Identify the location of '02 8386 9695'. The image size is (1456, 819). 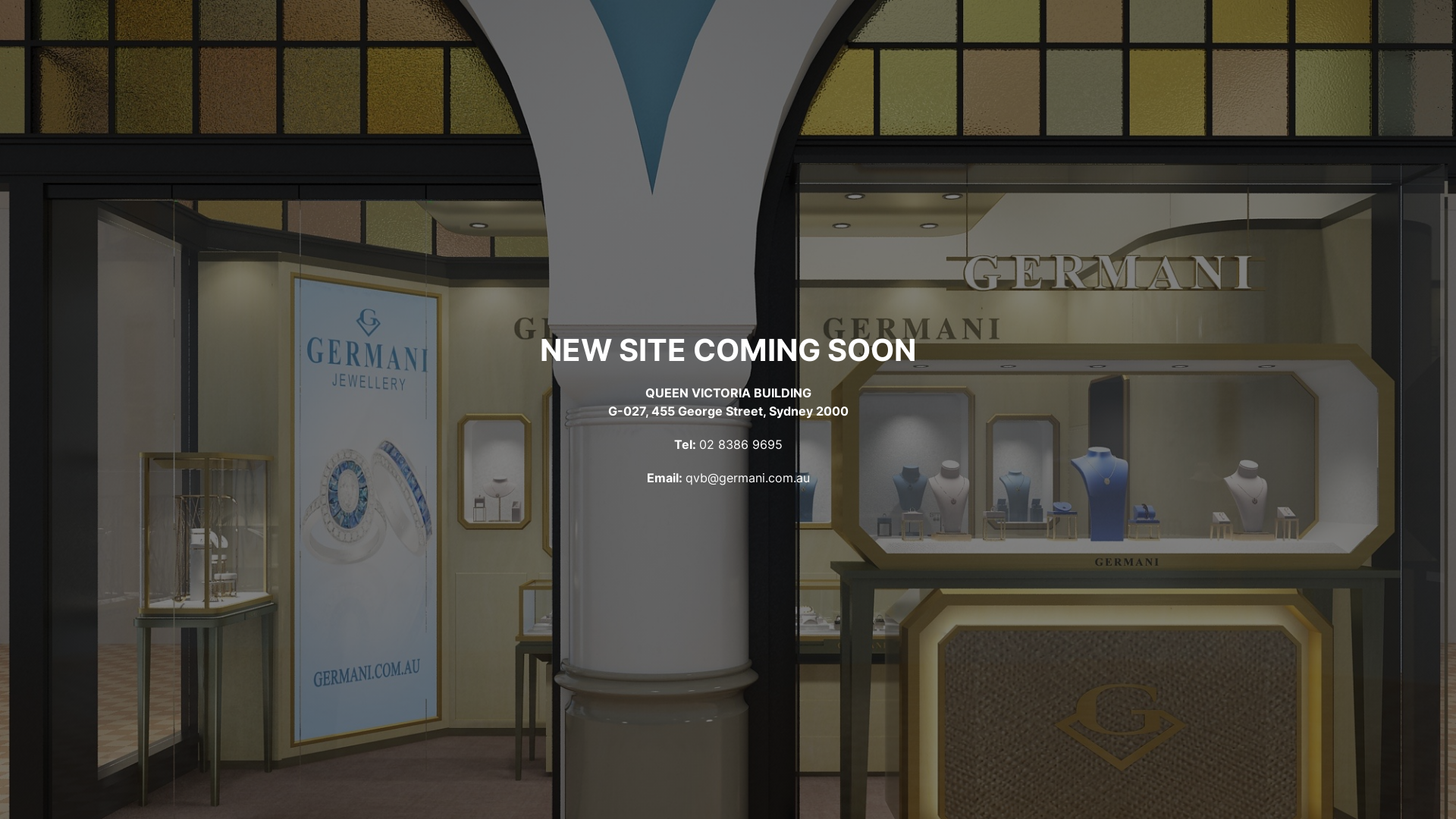
(741, 444).